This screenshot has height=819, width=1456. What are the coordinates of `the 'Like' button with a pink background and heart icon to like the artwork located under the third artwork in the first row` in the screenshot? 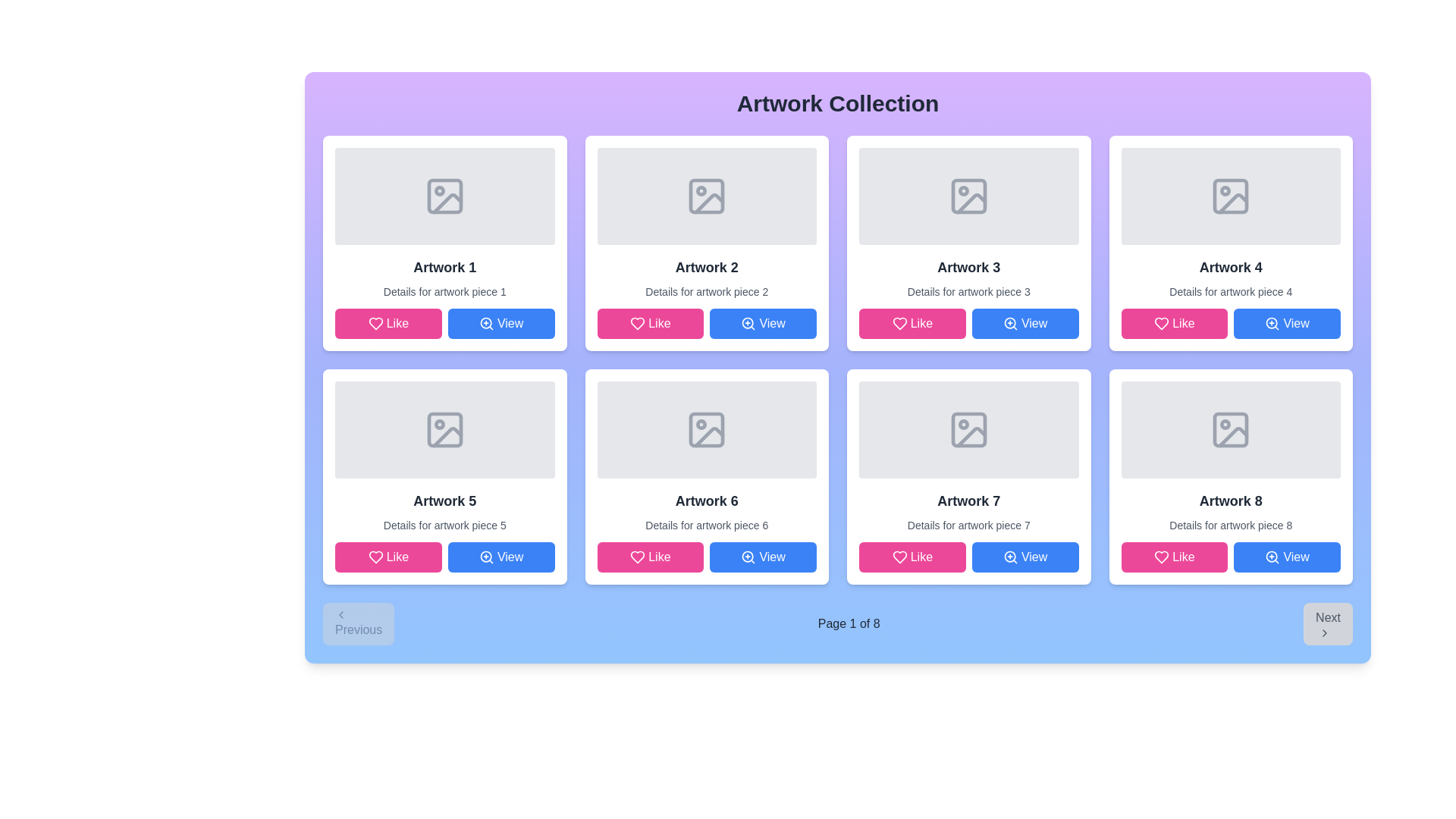 It's located at (912, 323).